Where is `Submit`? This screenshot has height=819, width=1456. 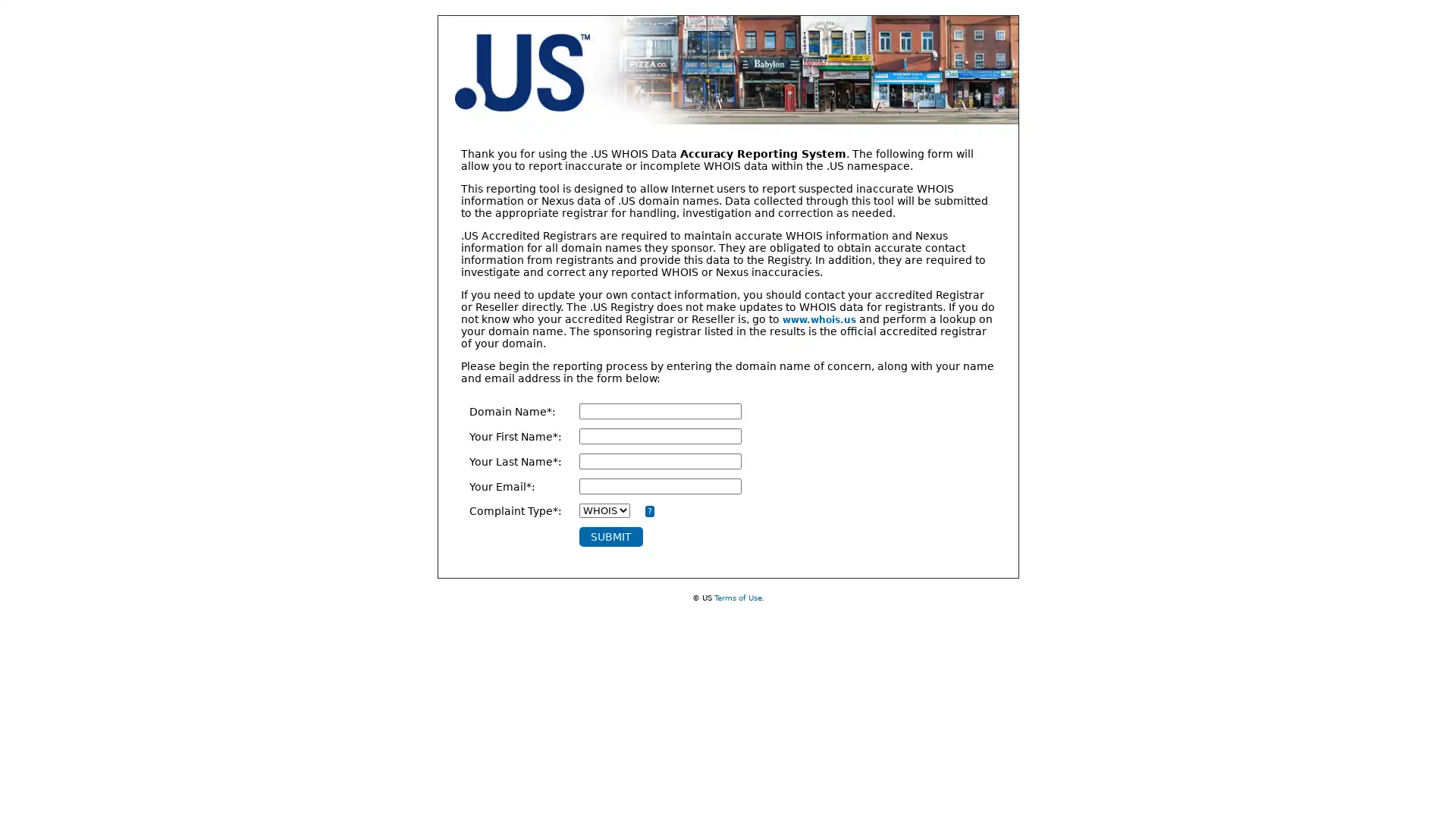 Submit is located at coordinates (610, 536).